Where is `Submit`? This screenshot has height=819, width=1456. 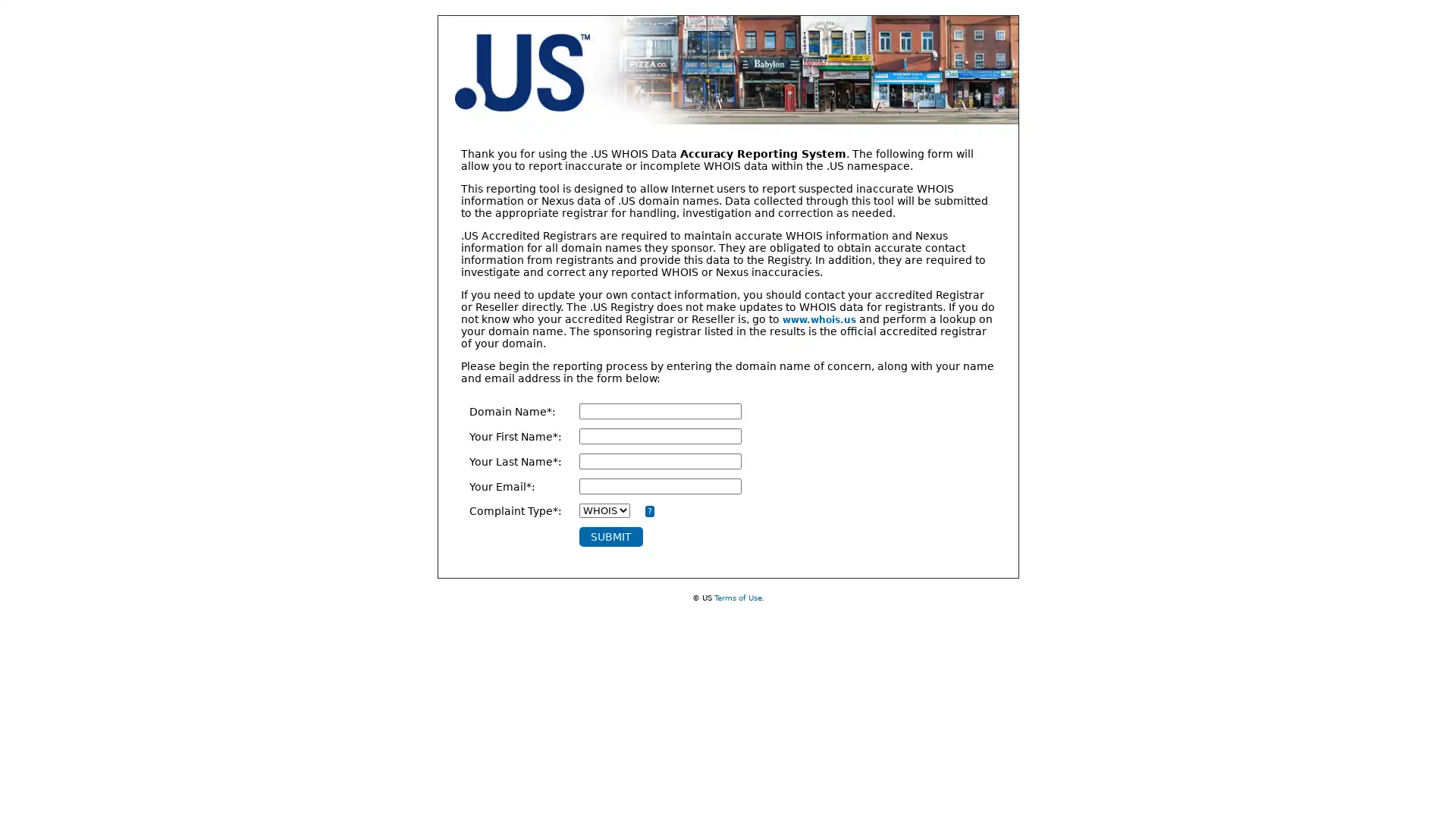 Submit is located at coordinates (610, 536).